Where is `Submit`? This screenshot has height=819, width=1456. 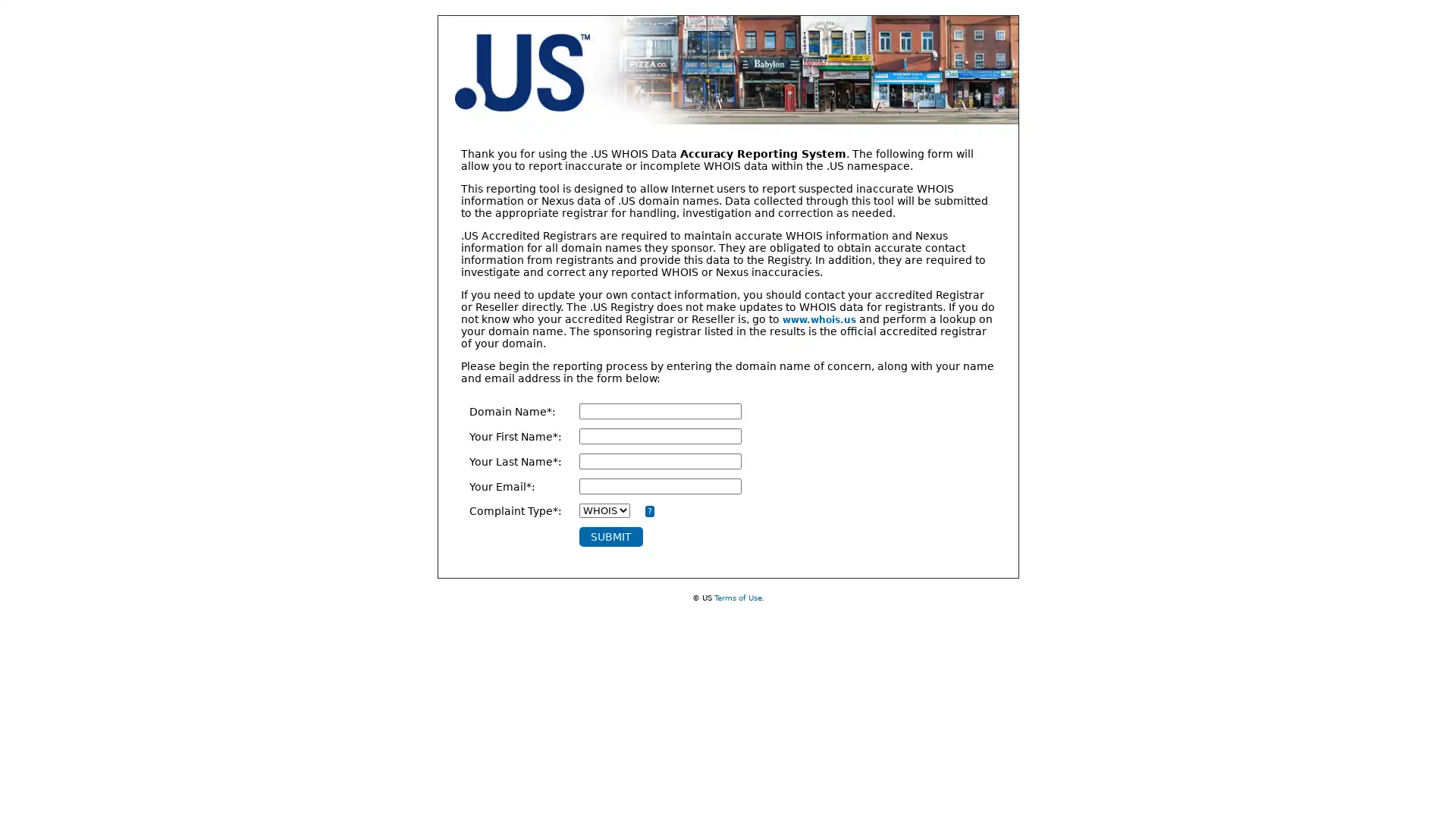 Submit is located at coordinates (610, 536).